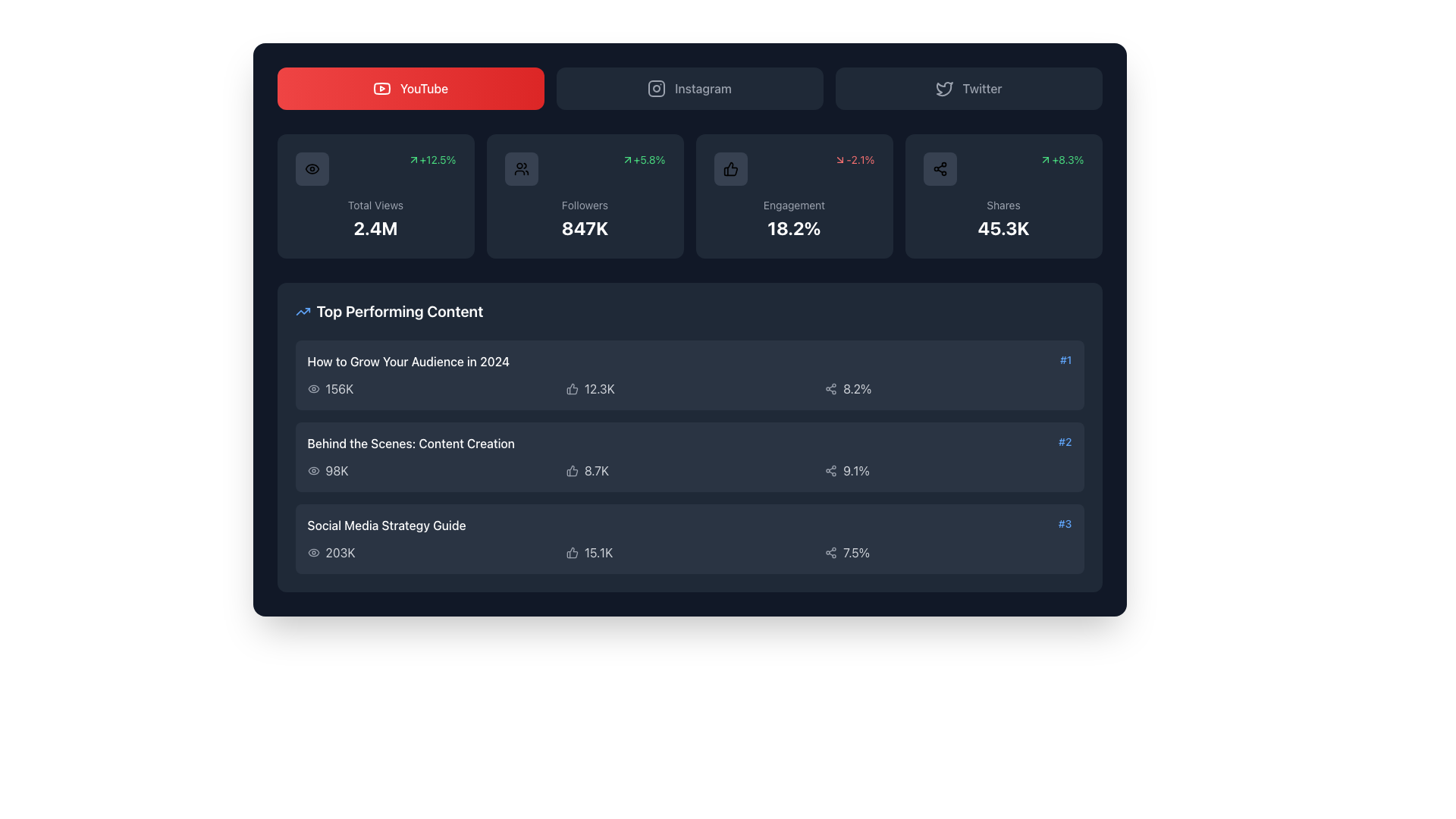  What do you see at coordinates (596, 470) in the screenshot?
I see `contents of the Text label displaying the number of likes for the 'Behind the Scenes: Content Creation' content in the 'Top Performing Content' list, located to the right of the thumbs-up icon` at bounding box center [596, 470].